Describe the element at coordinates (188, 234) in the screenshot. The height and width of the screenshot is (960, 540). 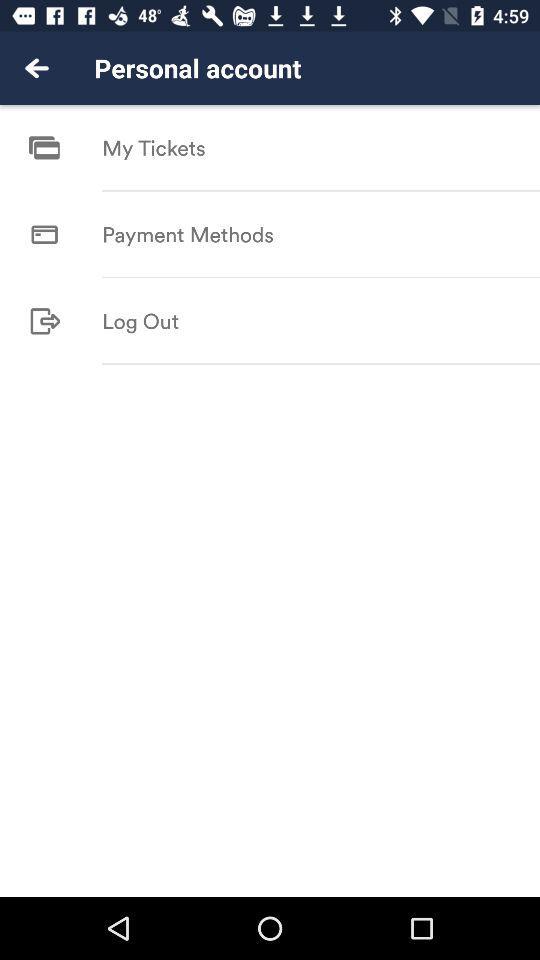
I see `payment methods` at that location.